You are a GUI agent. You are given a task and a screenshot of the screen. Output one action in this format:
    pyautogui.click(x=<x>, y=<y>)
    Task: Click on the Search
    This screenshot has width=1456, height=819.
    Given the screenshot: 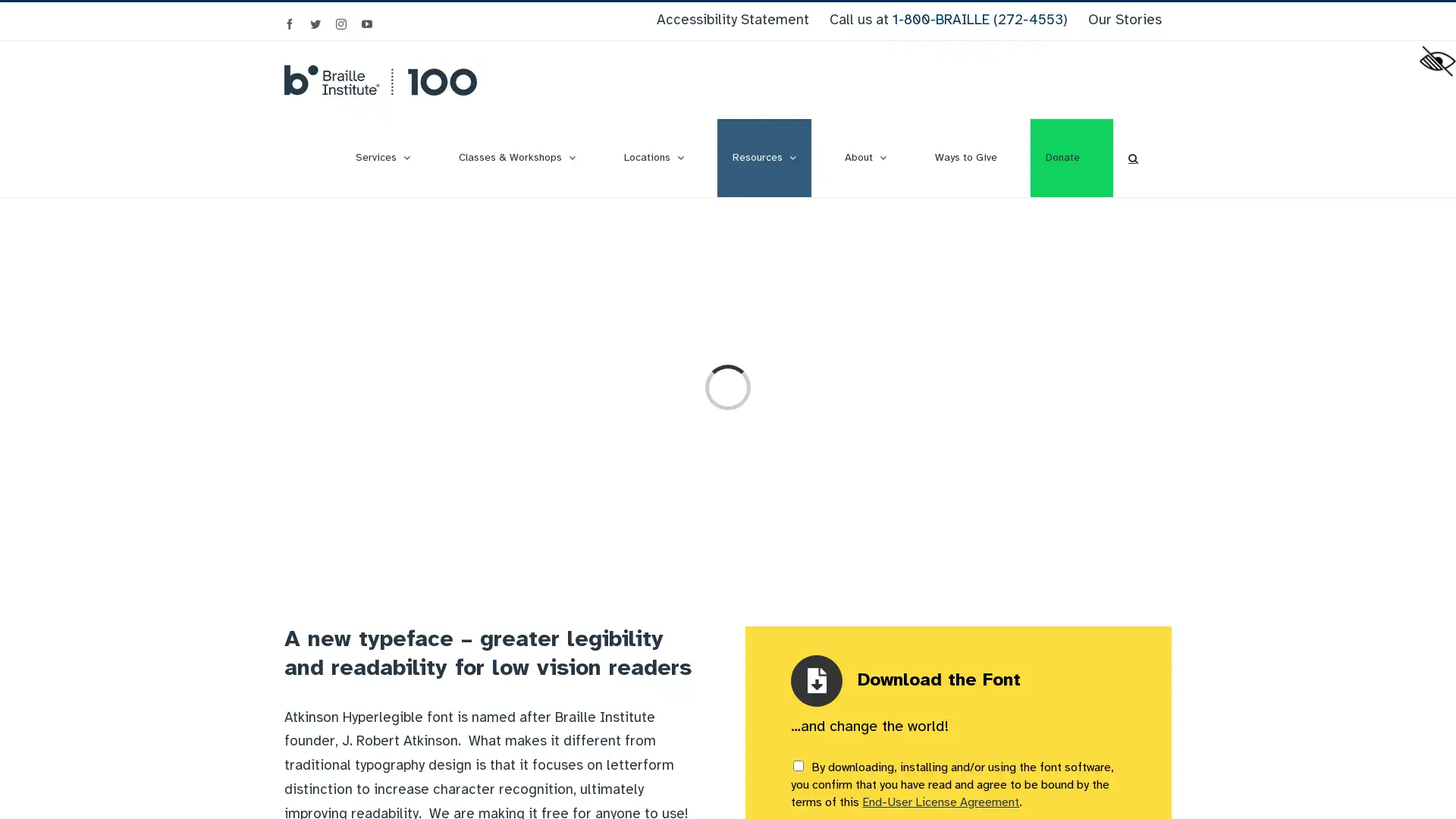 What is the action you would take?
    pyautogui.click(x=1133, y=158)
    